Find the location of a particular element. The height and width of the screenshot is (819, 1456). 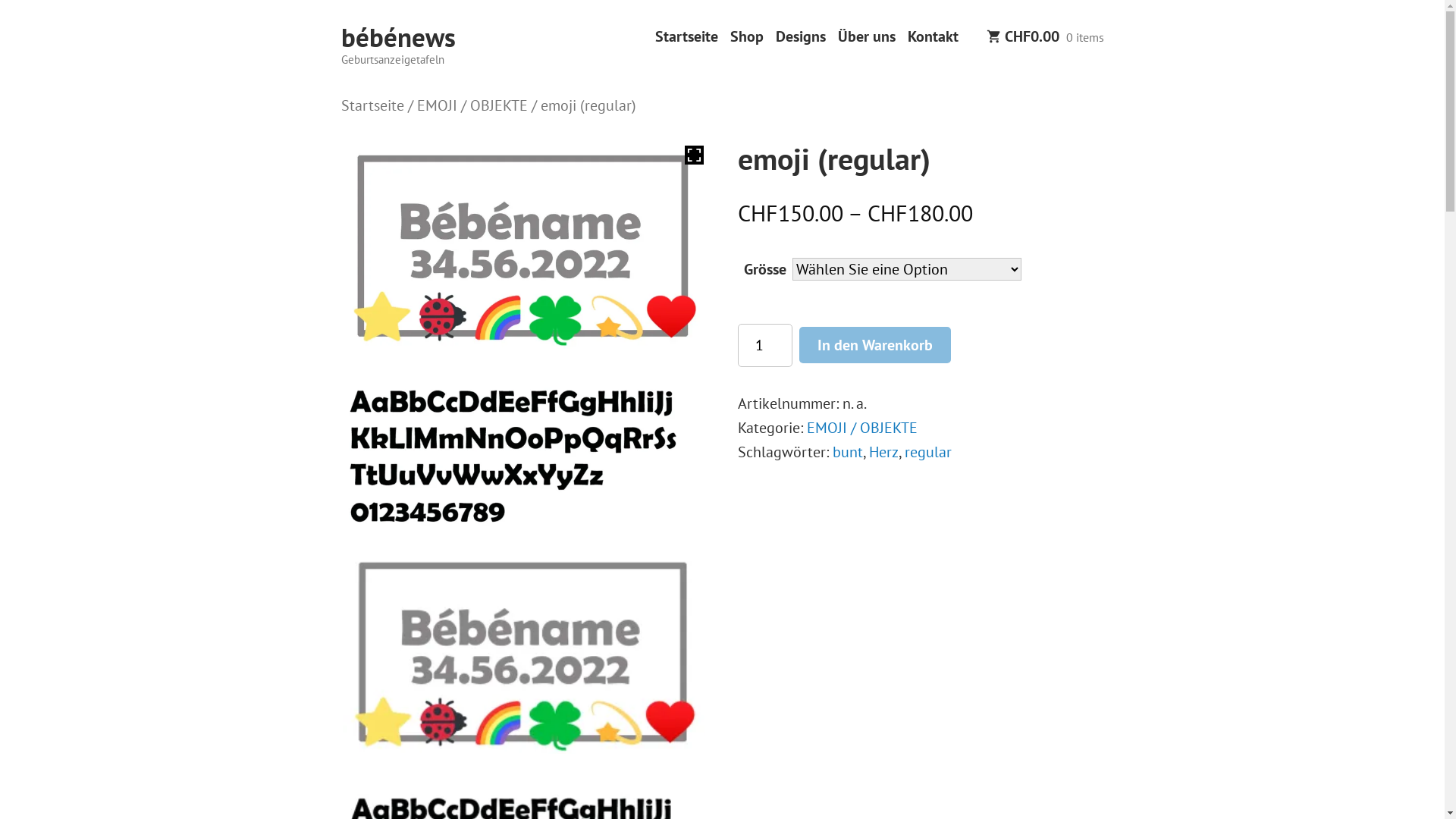

'Kontakt' is located at coordinates (931, 36).